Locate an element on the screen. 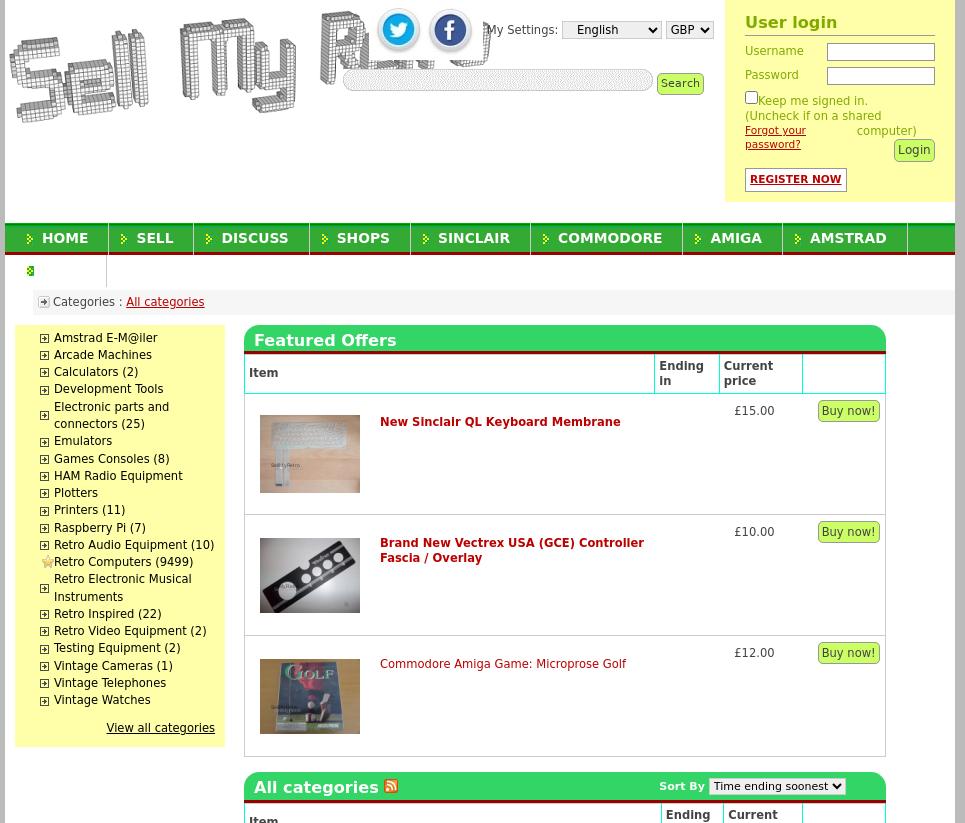 Image resolution: width=965 pixels, height=823 pixels. 'Calculators (2)' is located at coordinates (95, 371).